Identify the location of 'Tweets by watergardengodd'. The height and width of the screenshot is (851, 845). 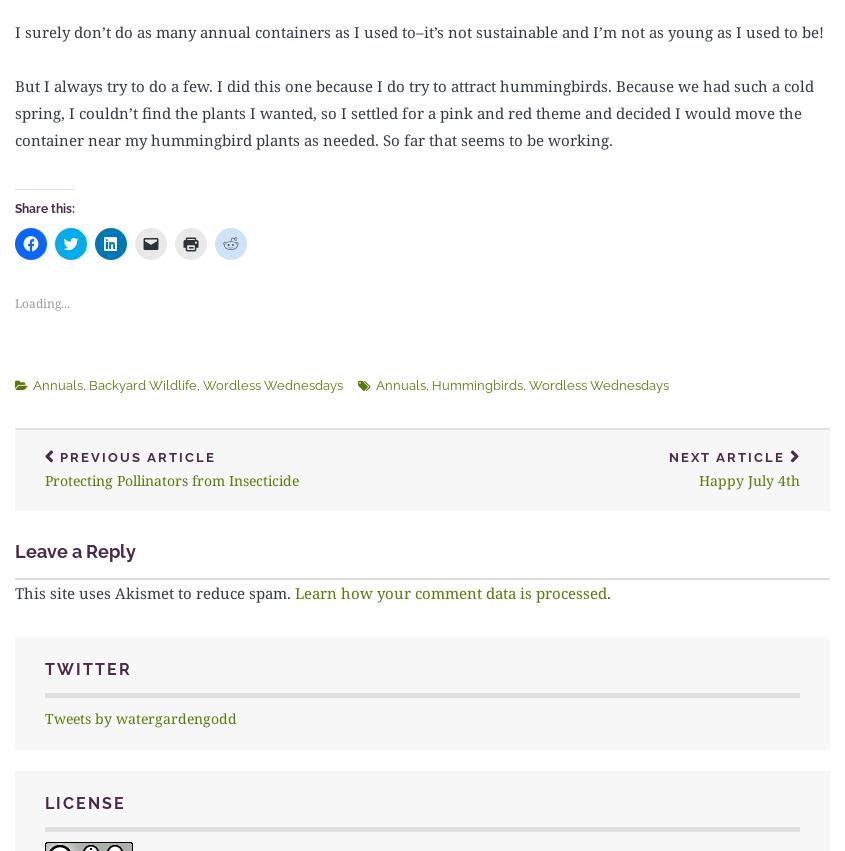
(141, 716).